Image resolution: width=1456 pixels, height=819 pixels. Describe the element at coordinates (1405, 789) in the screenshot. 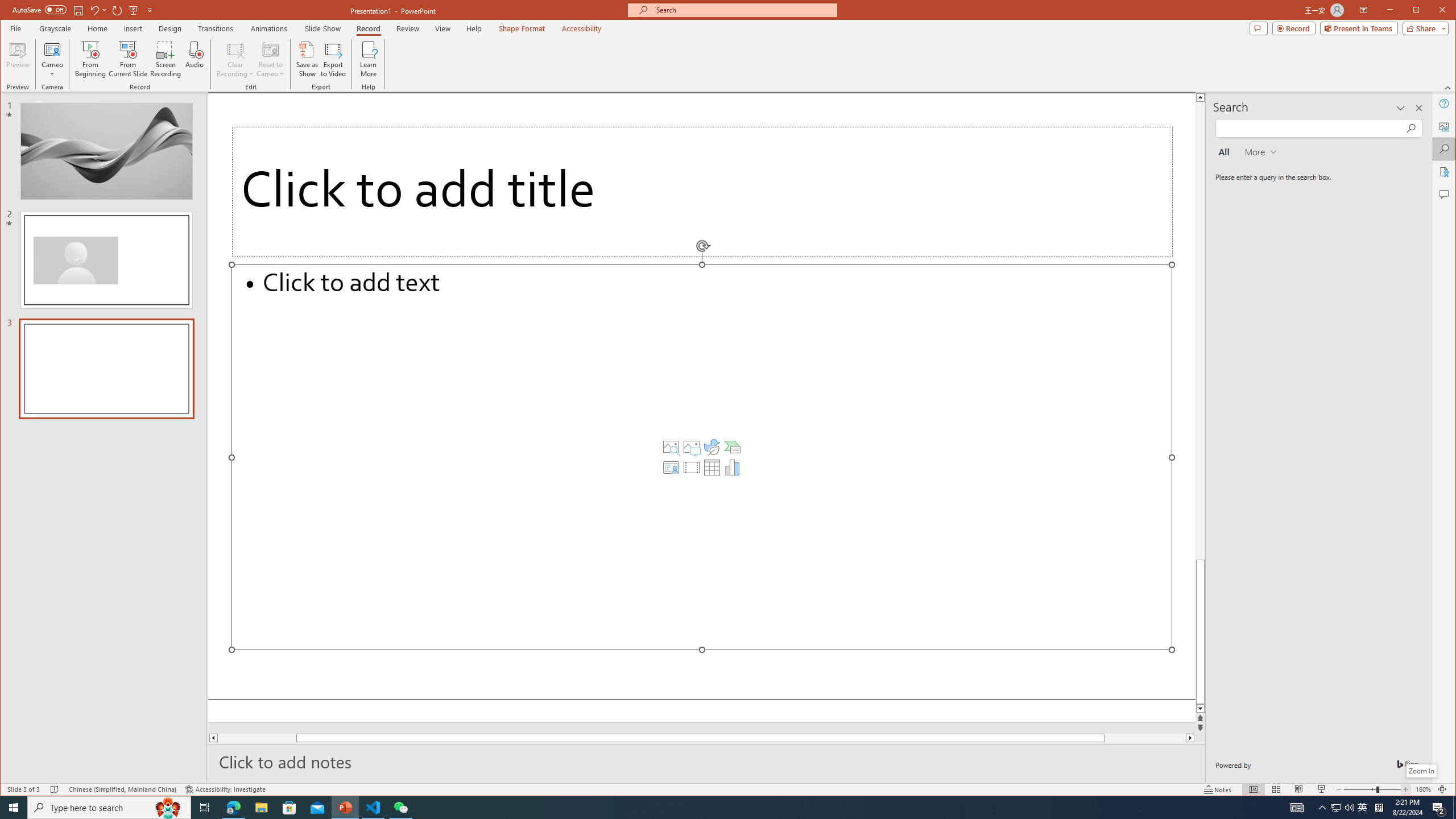

I see `'Zoom In'` at that location.